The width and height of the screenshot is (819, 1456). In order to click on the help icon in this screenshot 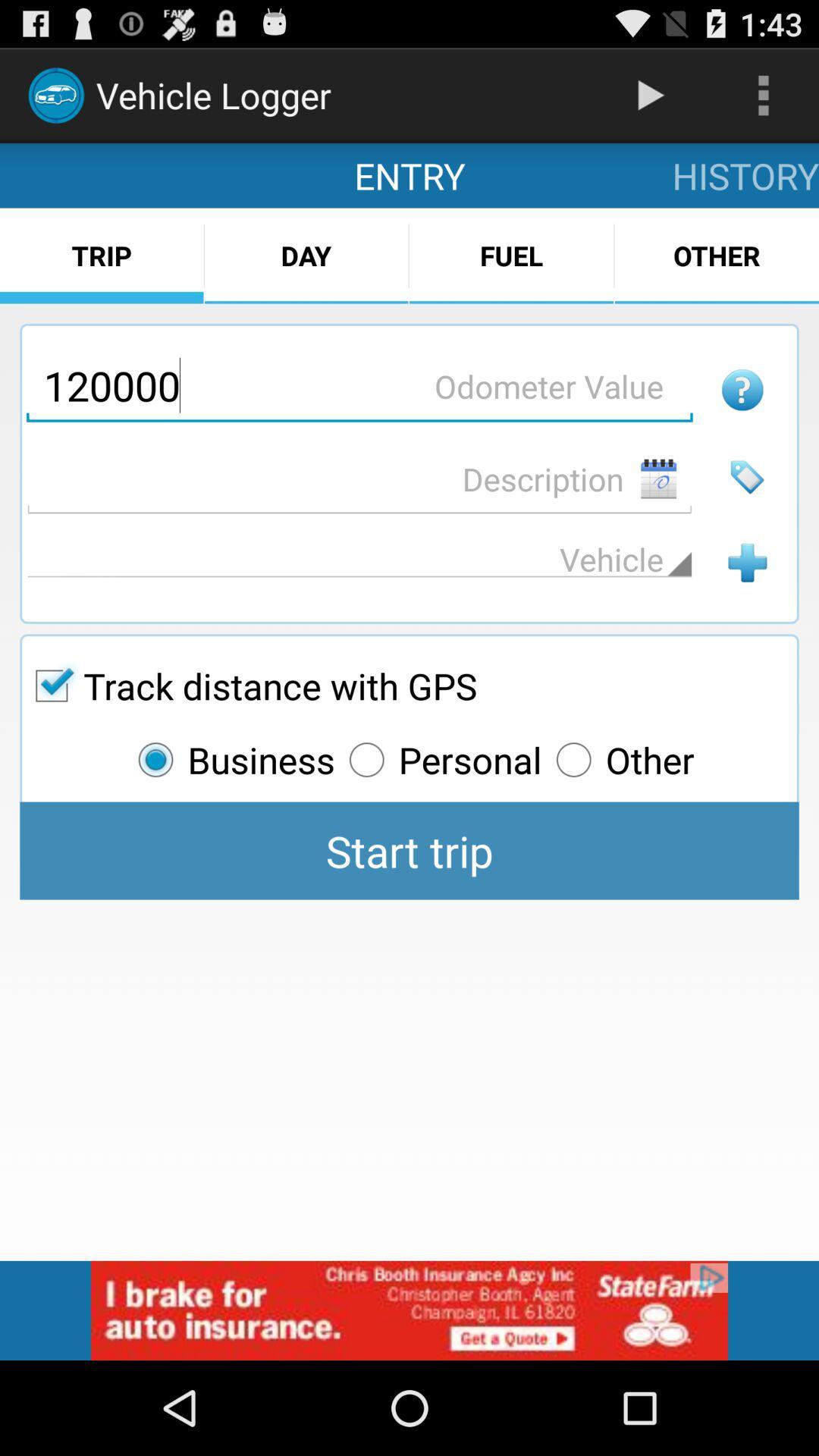, I will do `click(742, 417)`.